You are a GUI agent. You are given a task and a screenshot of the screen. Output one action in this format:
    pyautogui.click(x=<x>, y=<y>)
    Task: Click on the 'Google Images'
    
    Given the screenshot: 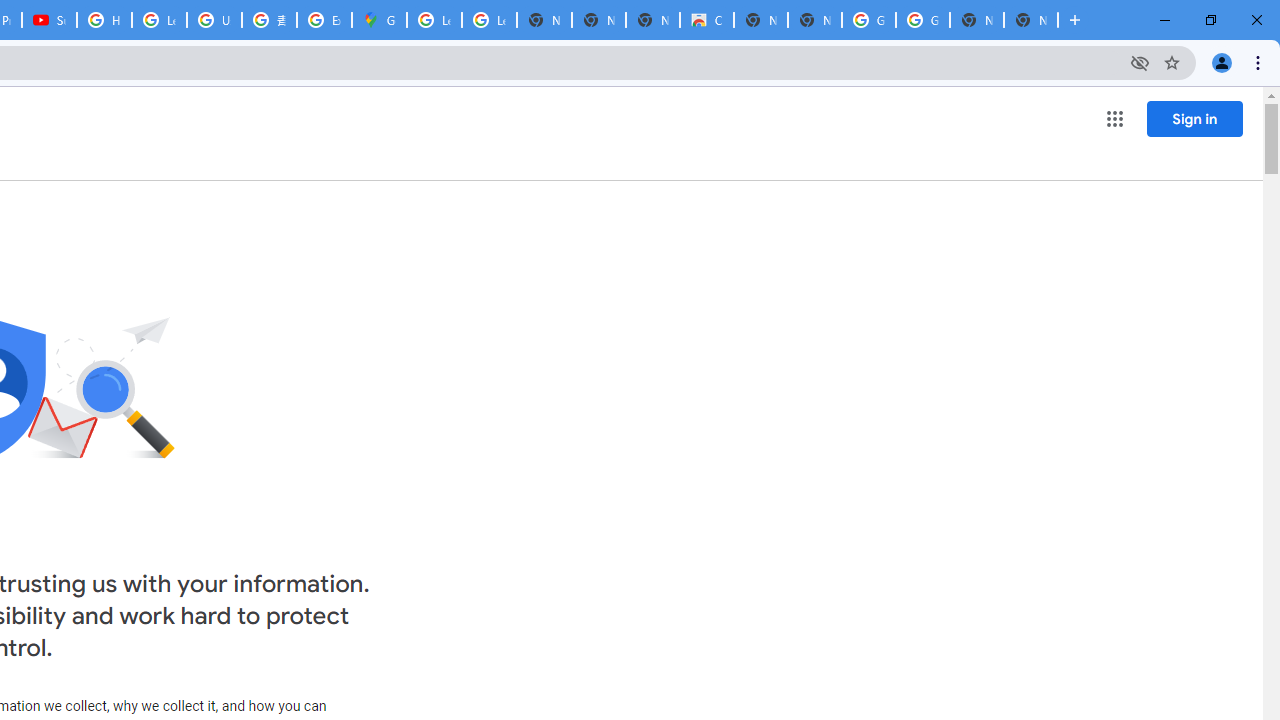 What is the action you would take?
    pyautogui.click(x=869, y=20)
    